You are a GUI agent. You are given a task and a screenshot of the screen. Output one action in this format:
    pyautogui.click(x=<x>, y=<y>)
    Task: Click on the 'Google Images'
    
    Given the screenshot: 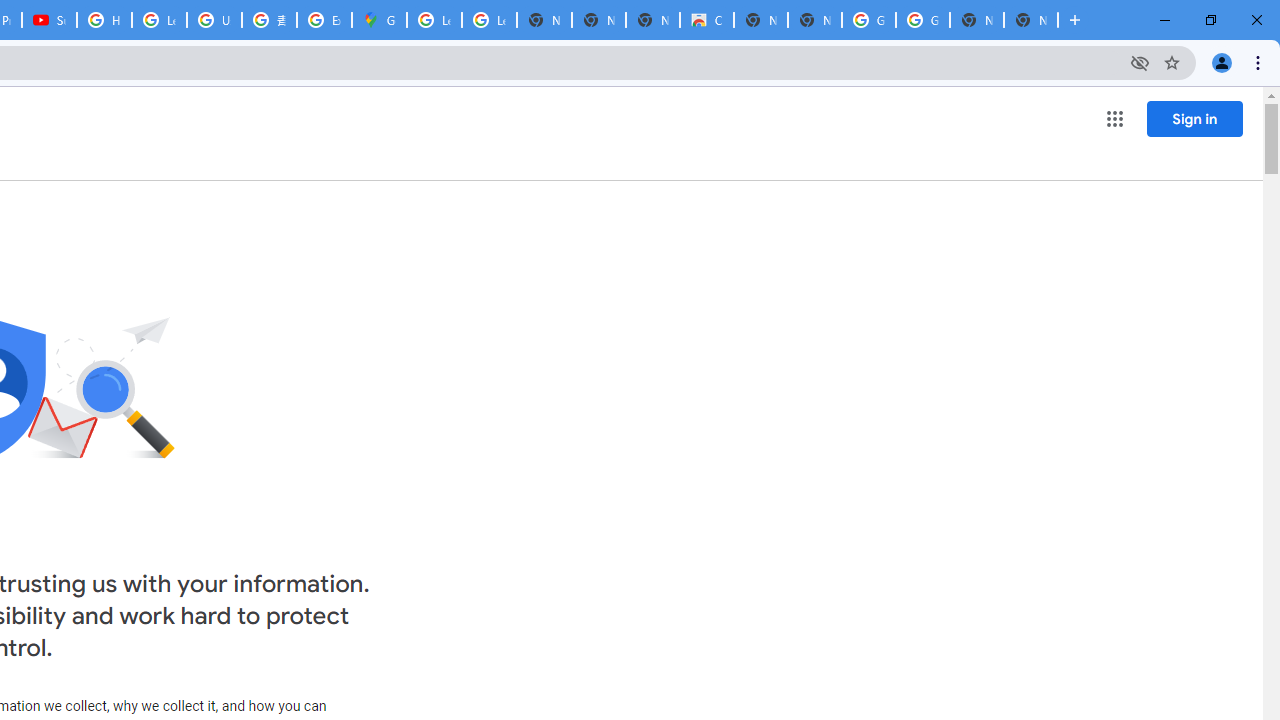 What is the action you would take?
    pyautogui.click(x=869, y=20)
    